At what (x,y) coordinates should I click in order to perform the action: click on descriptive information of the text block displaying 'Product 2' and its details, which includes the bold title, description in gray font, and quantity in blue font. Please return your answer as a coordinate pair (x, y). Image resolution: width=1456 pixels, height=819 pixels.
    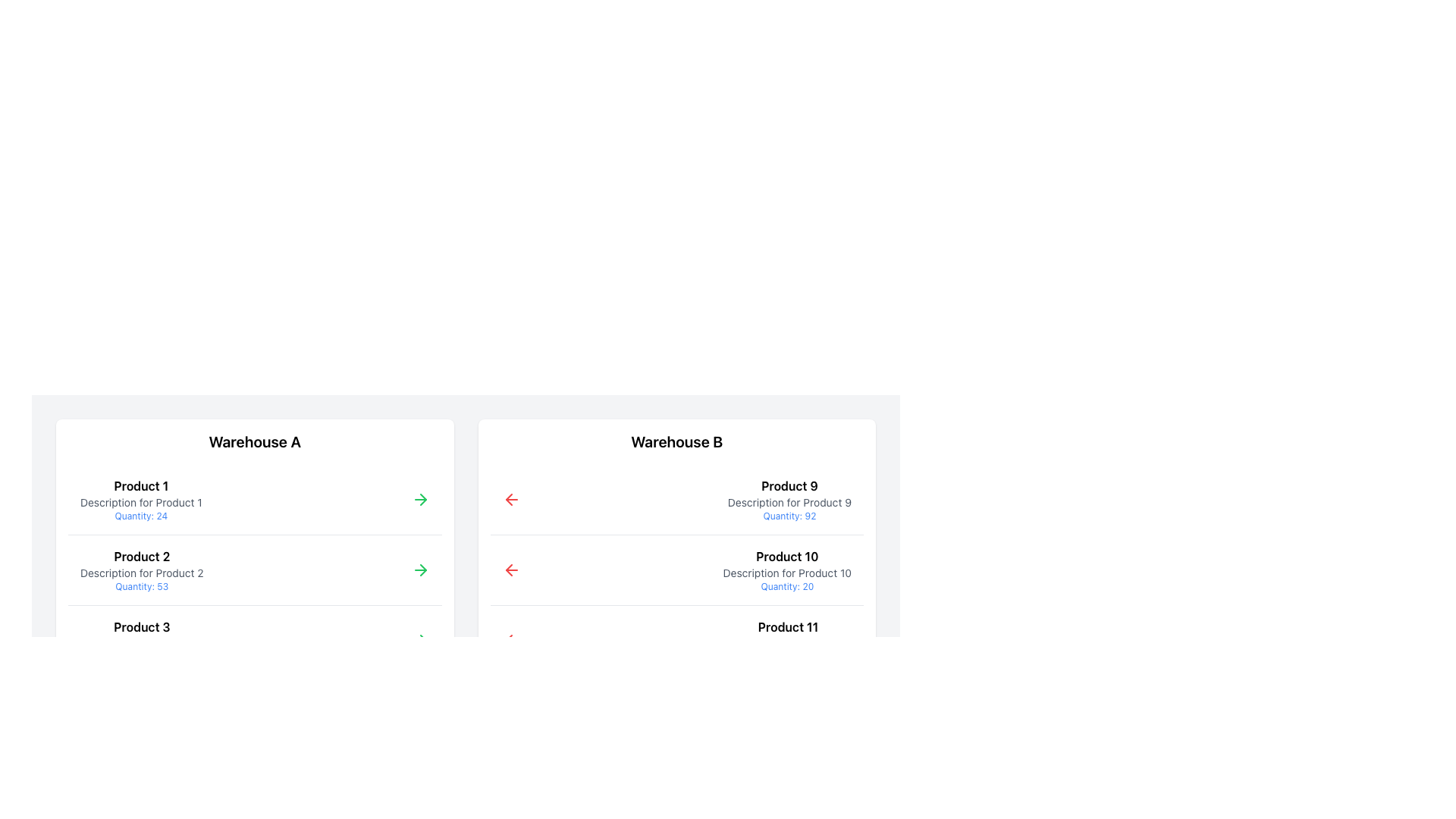
    Looking at the image, I should click on (142, 570).